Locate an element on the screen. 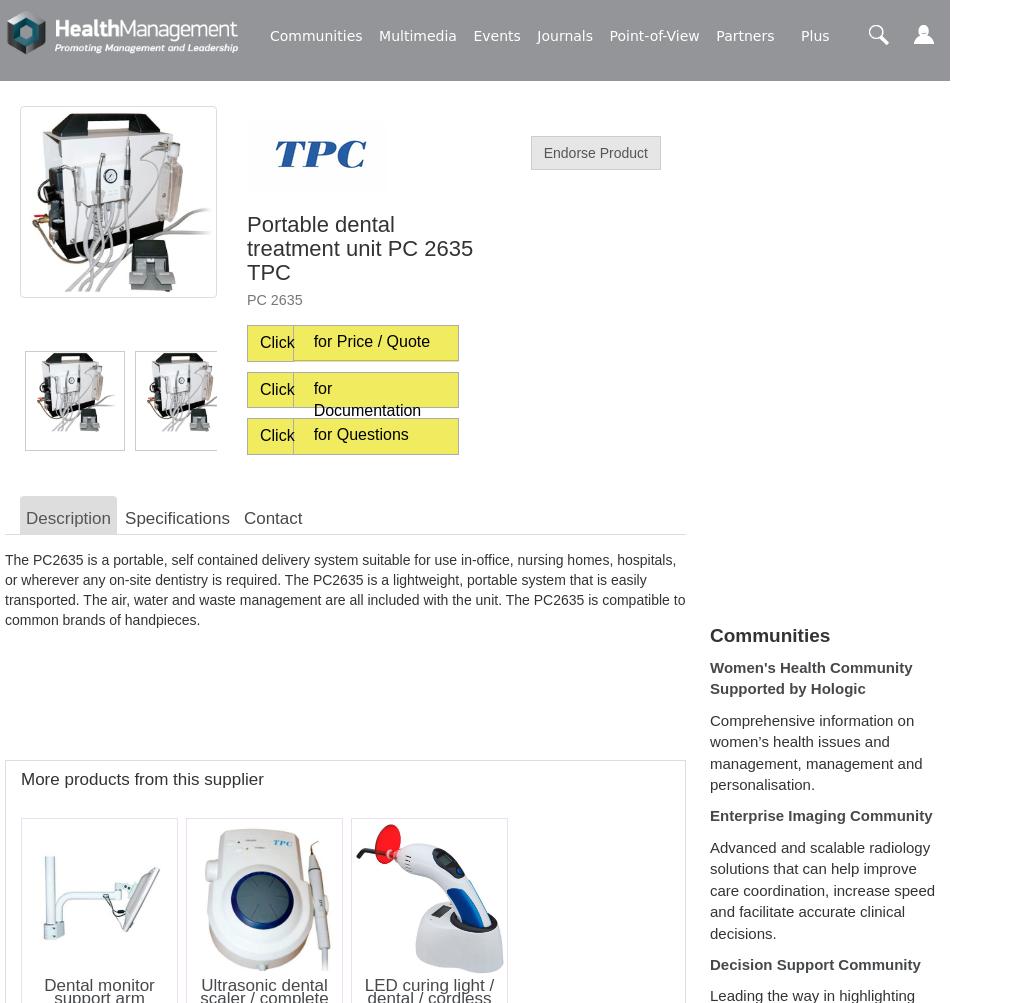  'for Price / Quote' is located at coordinates (371, 339).